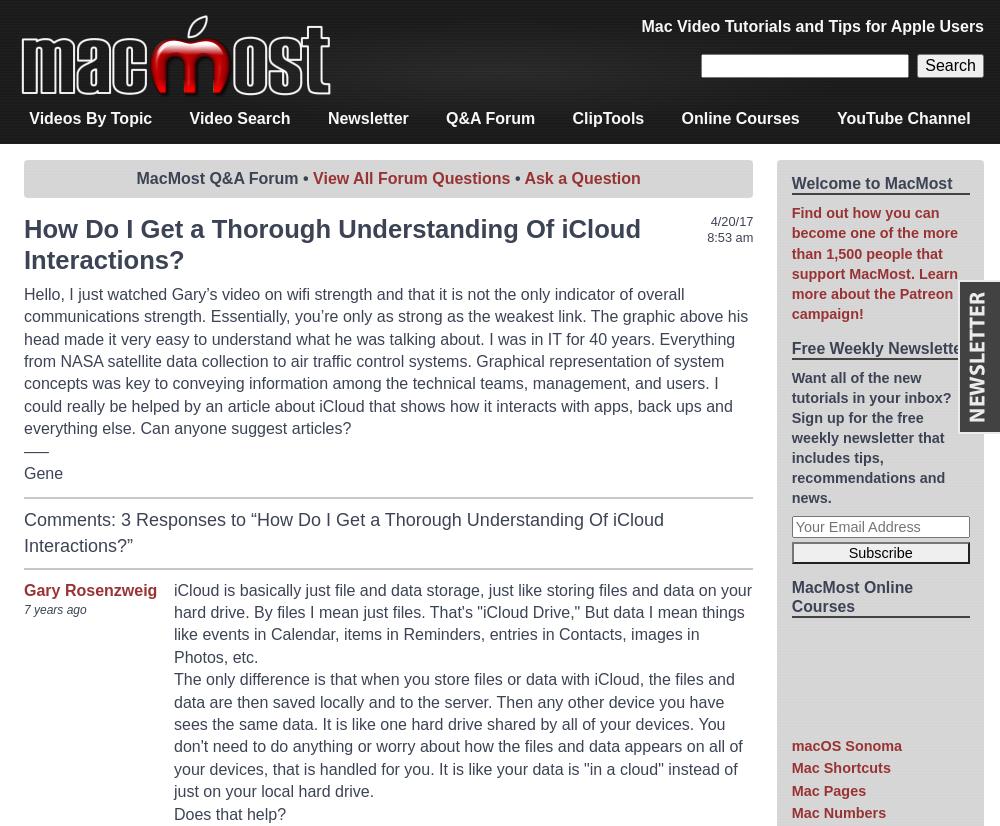  Describe the element at coordinates (873, 263) in the screenshot. I see `'Find out how you can become one of the more than 1,500 people that support MacMost. Learn more about the Patreon campaign!'` at that location.